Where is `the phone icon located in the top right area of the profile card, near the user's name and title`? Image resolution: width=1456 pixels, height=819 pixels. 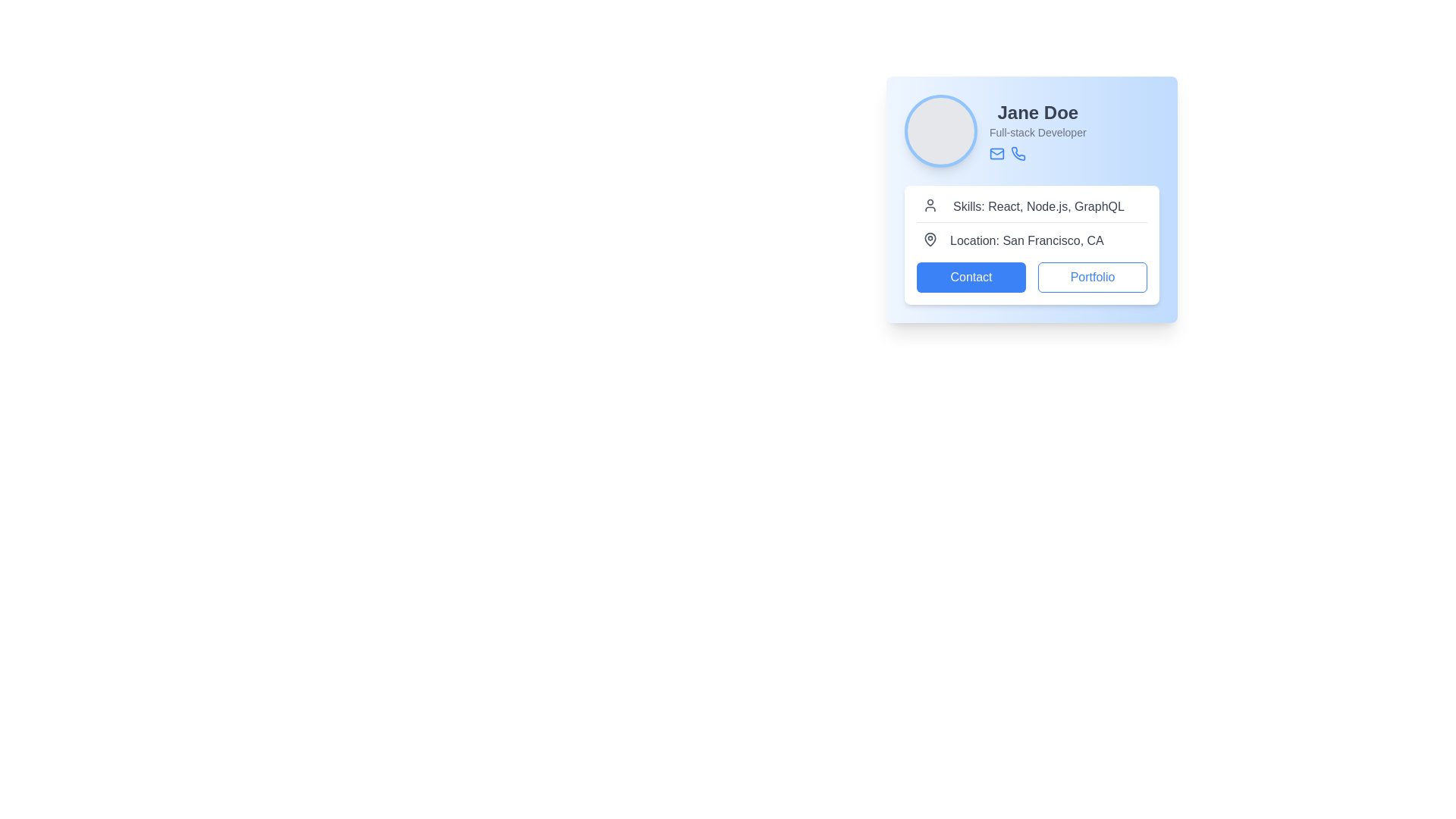 the phone icon located in the top right area of the profile card, near the user's name and title is located at coordinates (1018, 153).